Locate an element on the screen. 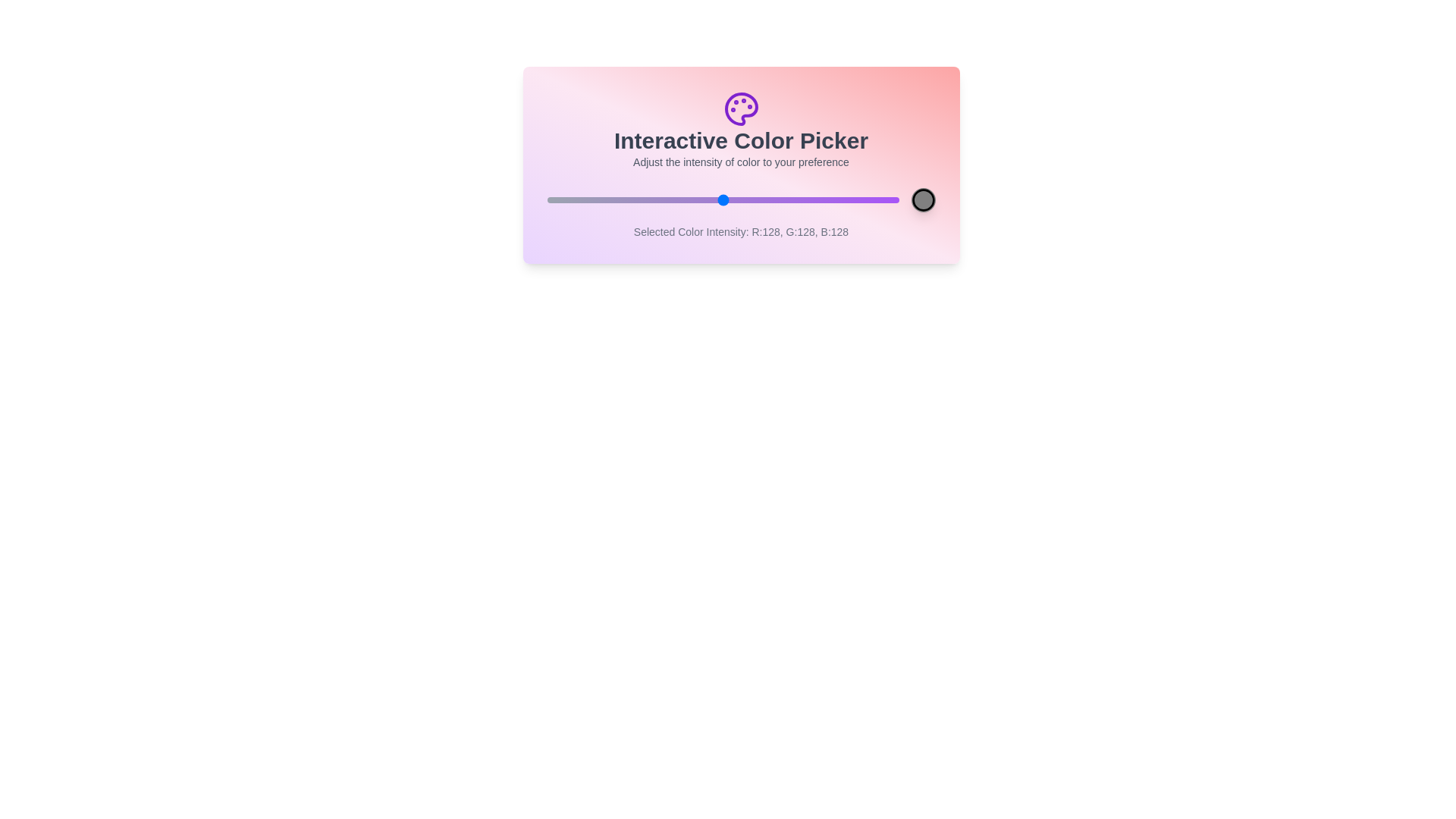  the slider to set the color intensity to 203 is located at coordinates (825, 199).